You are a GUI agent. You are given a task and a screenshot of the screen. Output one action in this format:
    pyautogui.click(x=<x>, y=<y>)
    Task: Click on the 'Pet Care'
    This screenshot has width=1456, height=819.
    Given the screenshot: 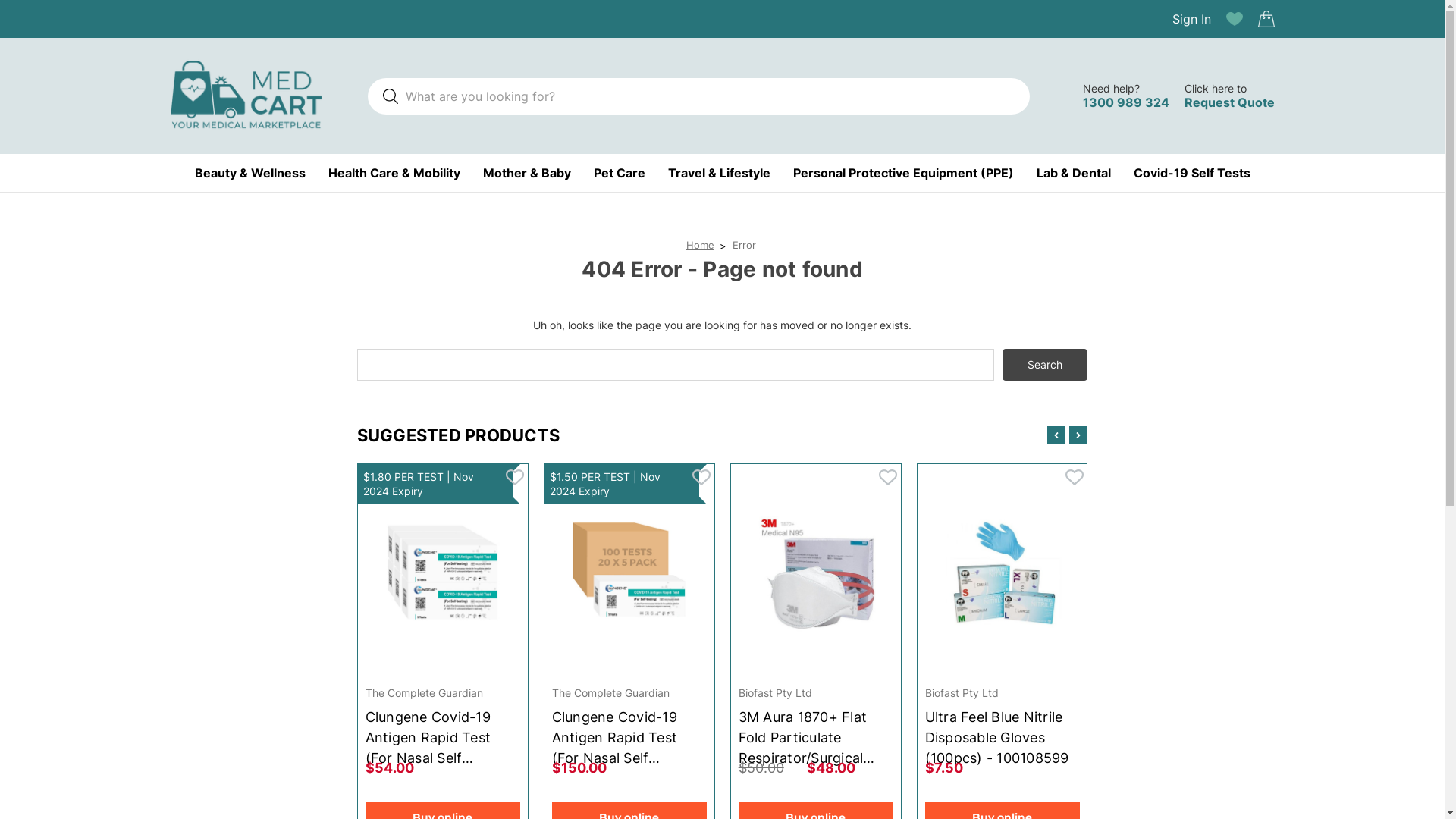 What is the action you would take?
    pyautogui.click(x=619, y=171)
    